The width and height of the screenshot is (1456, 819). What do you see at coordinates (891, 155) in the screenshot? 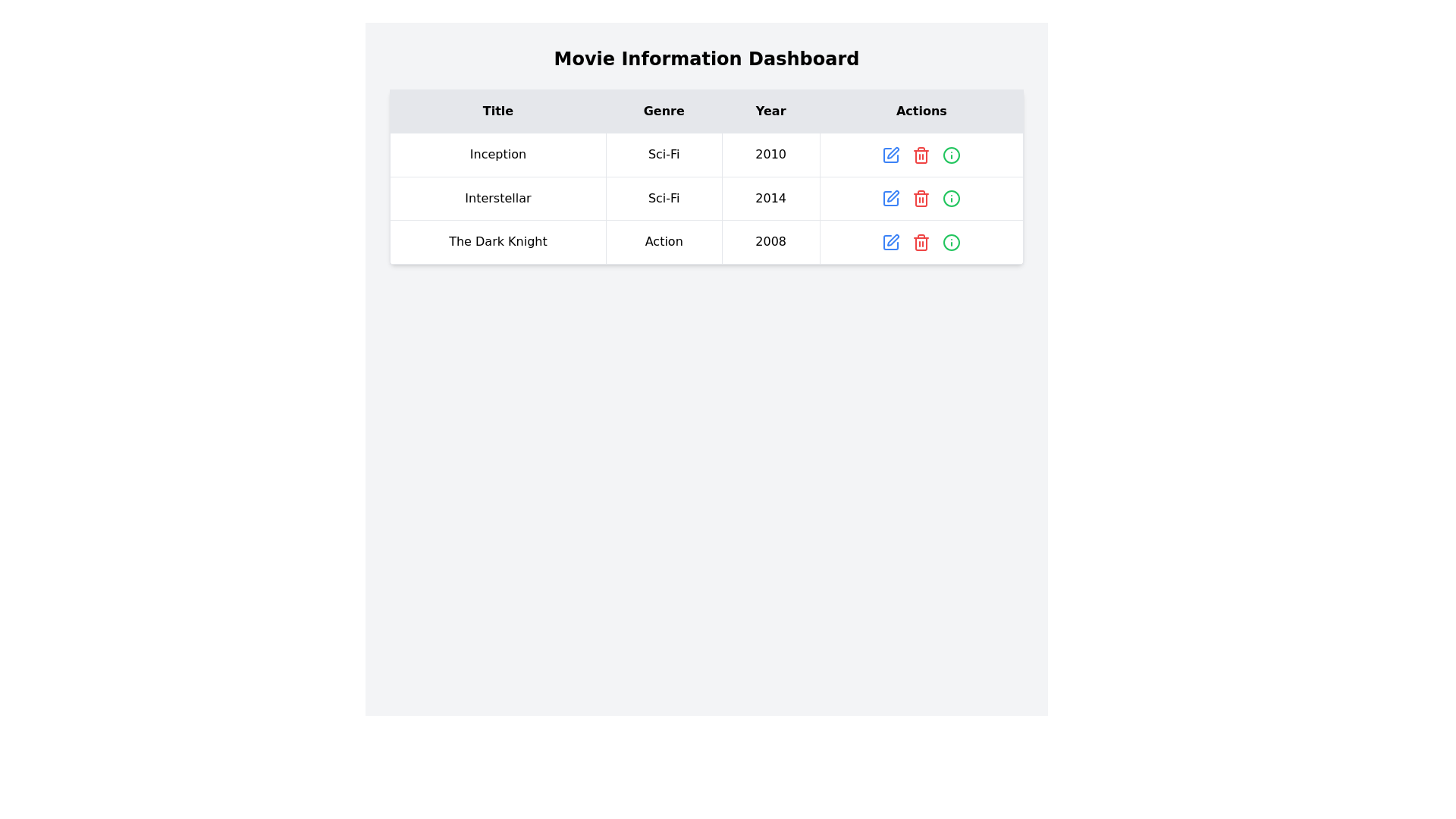
I see `the pen icon button in the Actions column of the first row, which corresponds to the movie 'Inception'` at bounding box center [891, 155].